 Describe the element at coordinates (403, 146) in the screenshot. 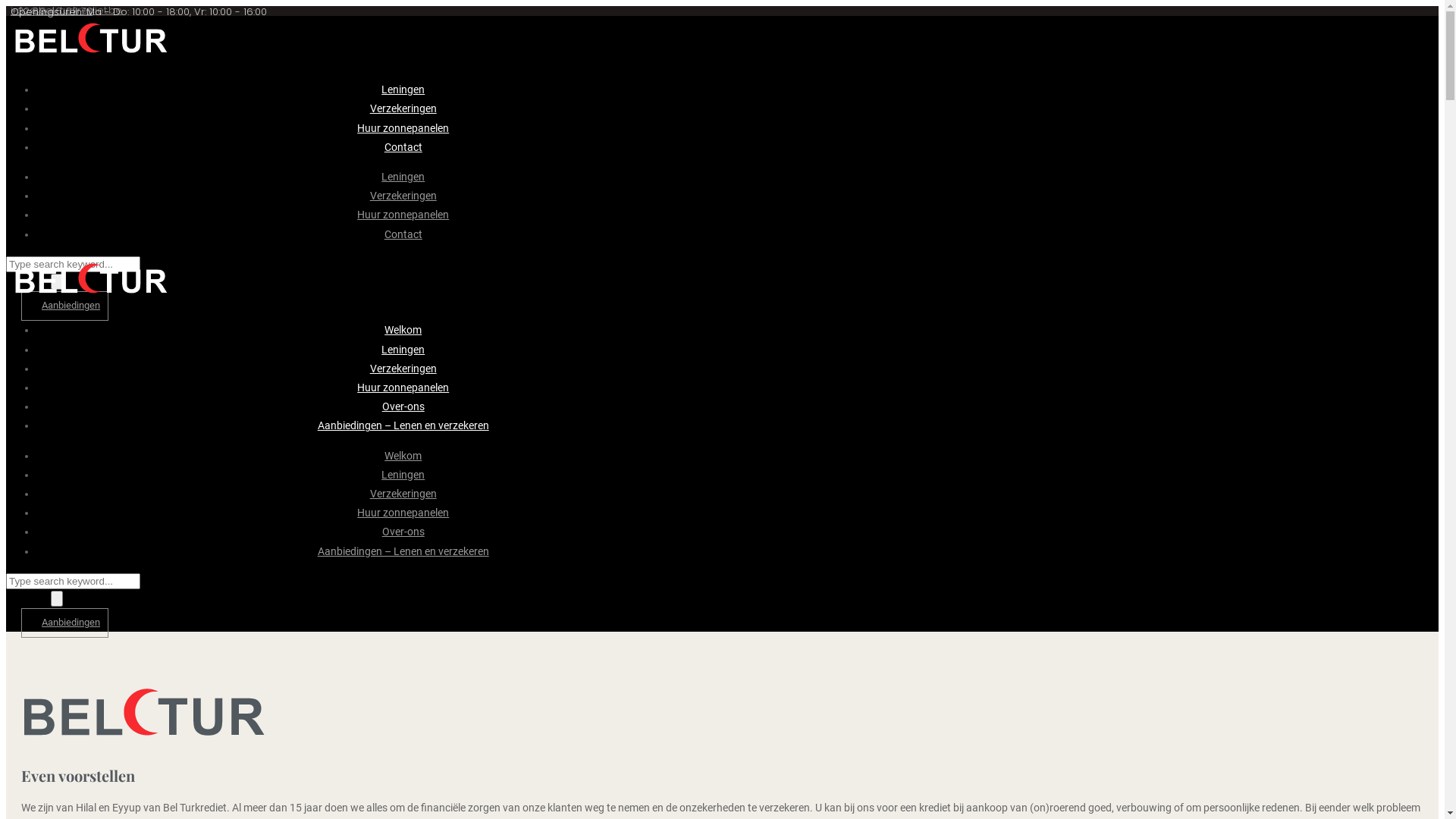

I see `'Contact'` at that location.